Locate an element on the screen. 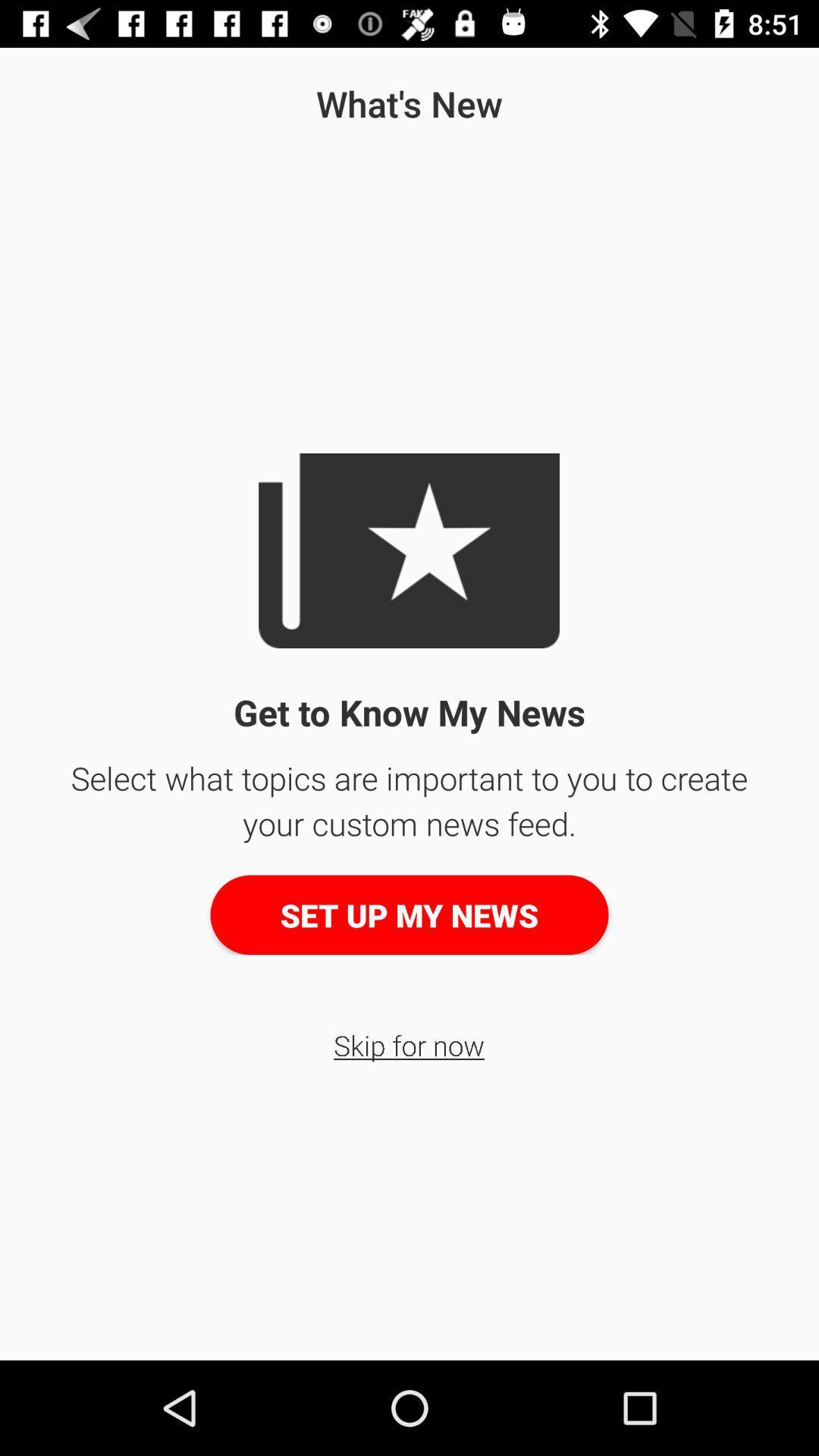 This screenshot has height=1456, width=819. the icon above the skip for now app is located at coordinates (409, 914).